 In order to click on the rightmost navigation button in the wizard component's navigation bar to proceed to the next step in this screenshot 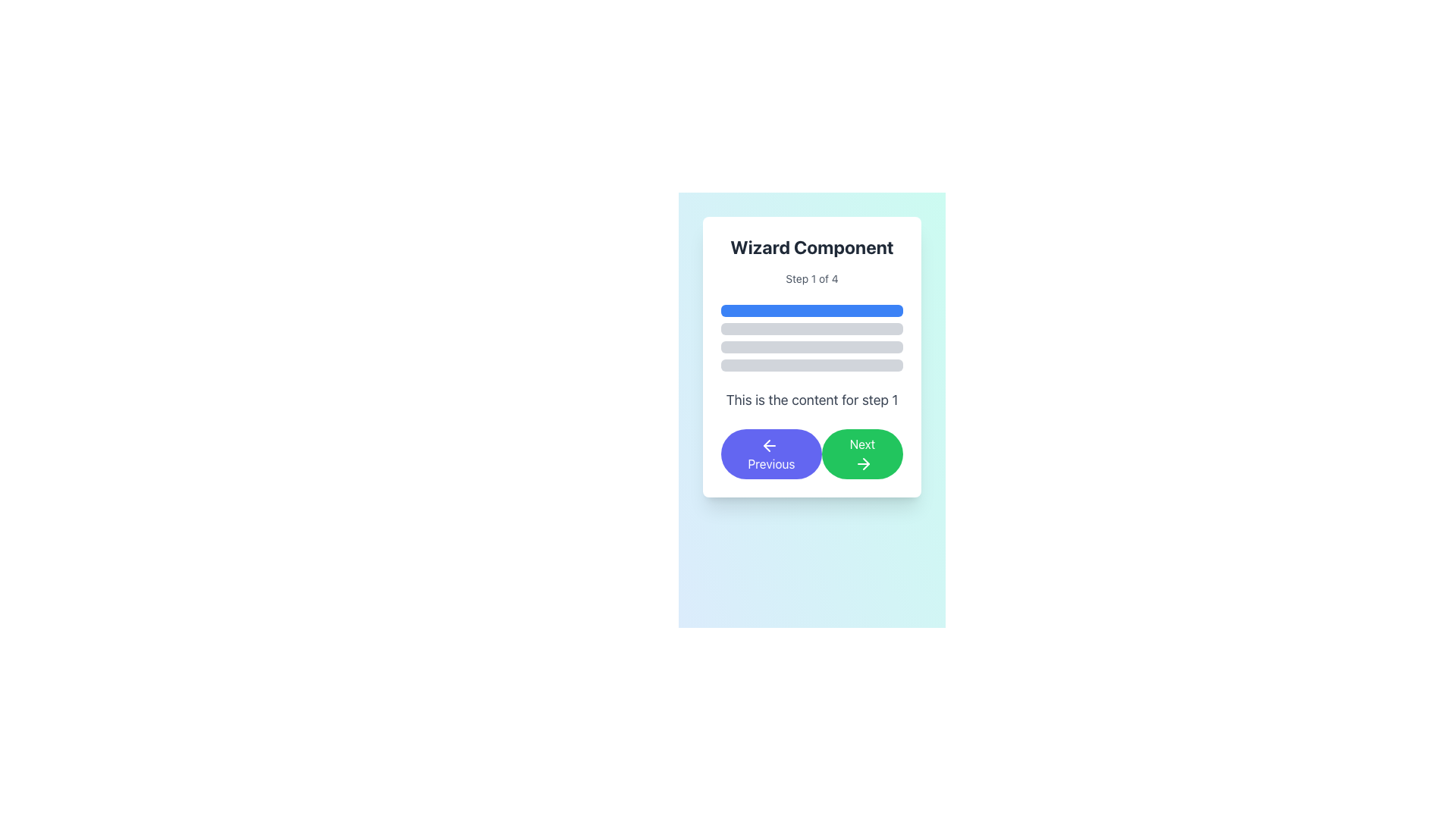, I will do `click(862, 452)`.